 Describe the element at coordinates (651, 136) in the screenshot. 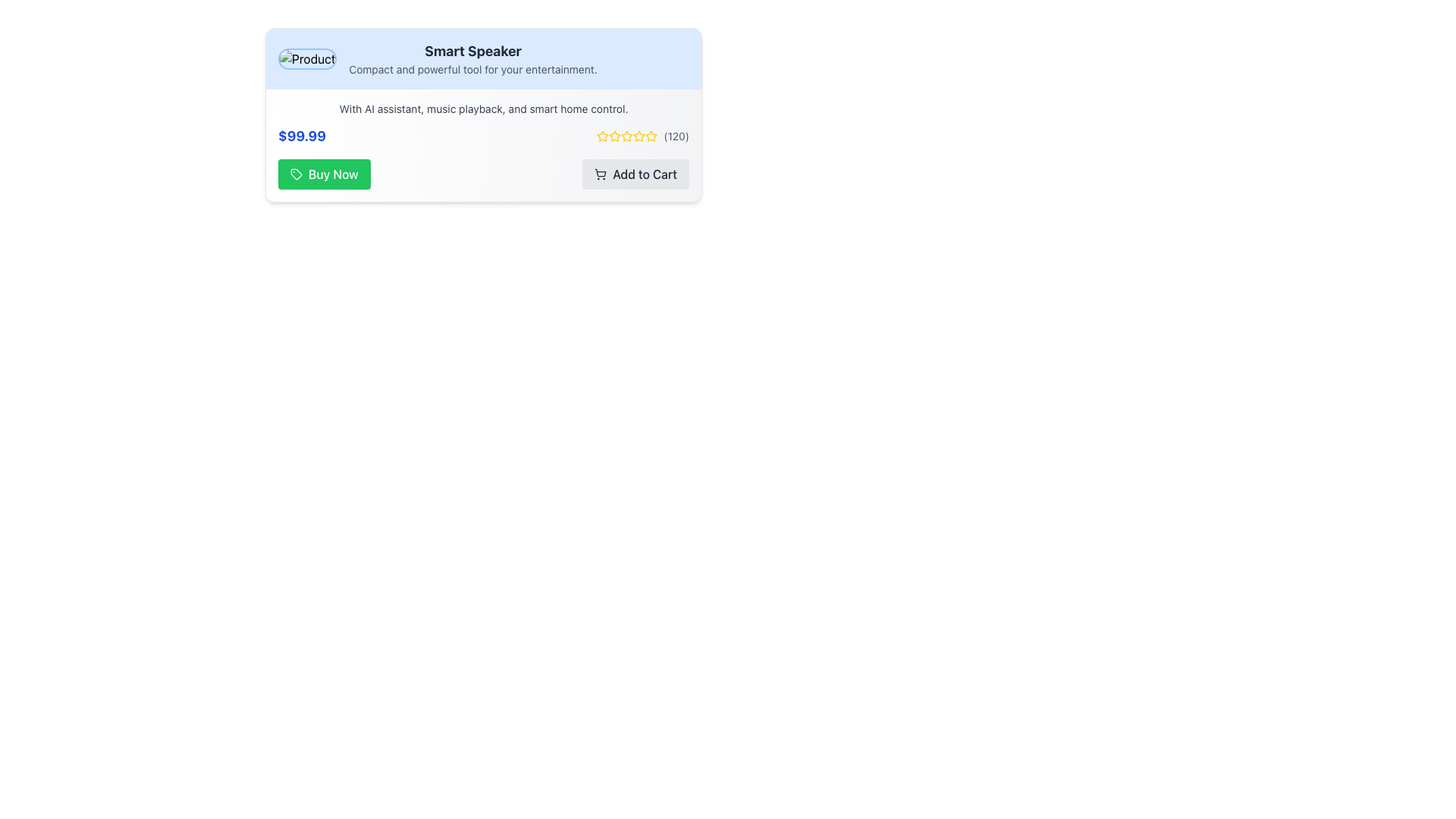

I see `the fifth Rating Star Icon in the horizontal row of five stars, which is styled with yellow and gray tones, located to the left of the text '(120)' beneath the descriptive text of the product card` at that location.